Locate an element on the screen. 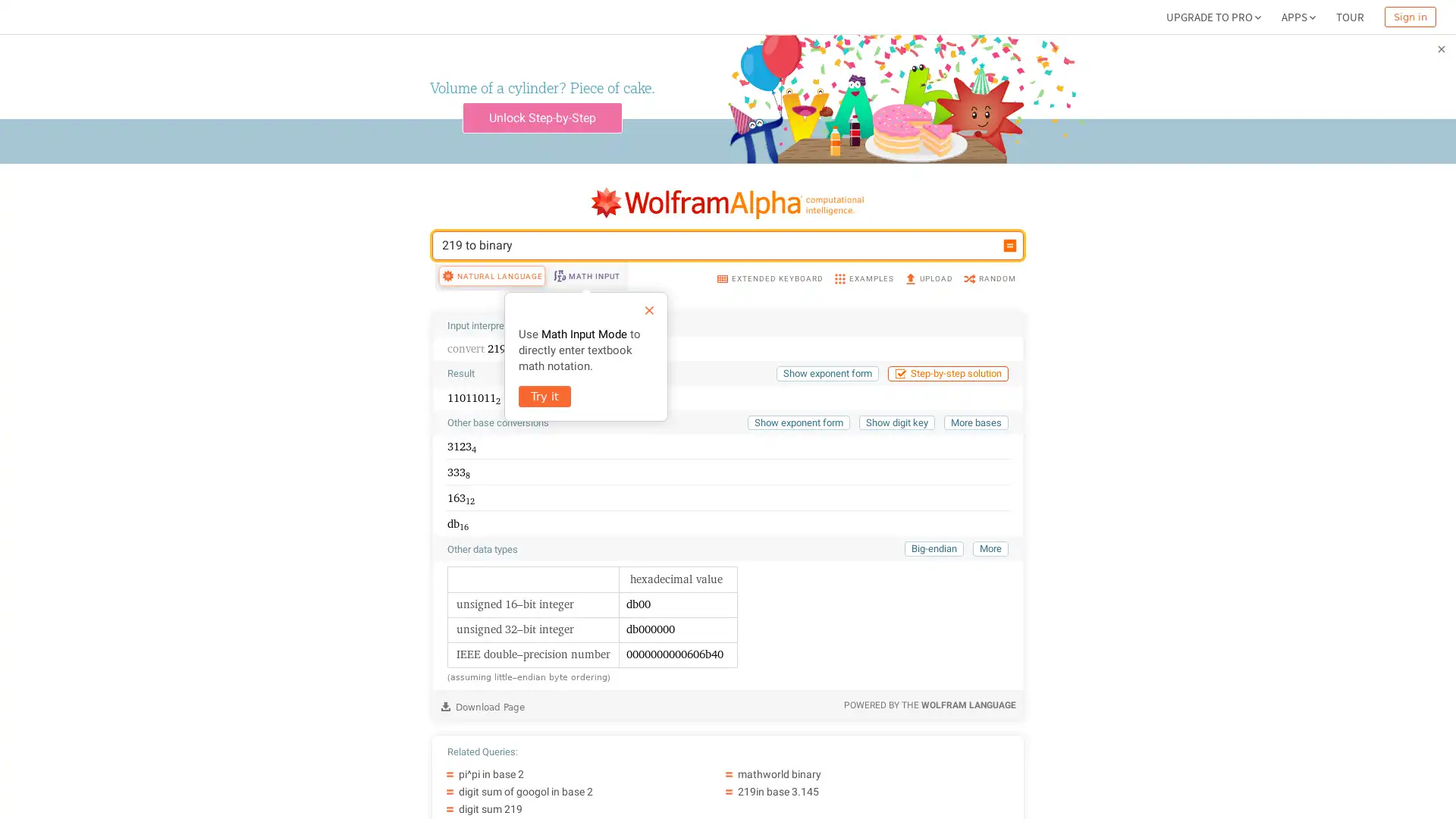  RANDOM is located at coordinates (989, 307).